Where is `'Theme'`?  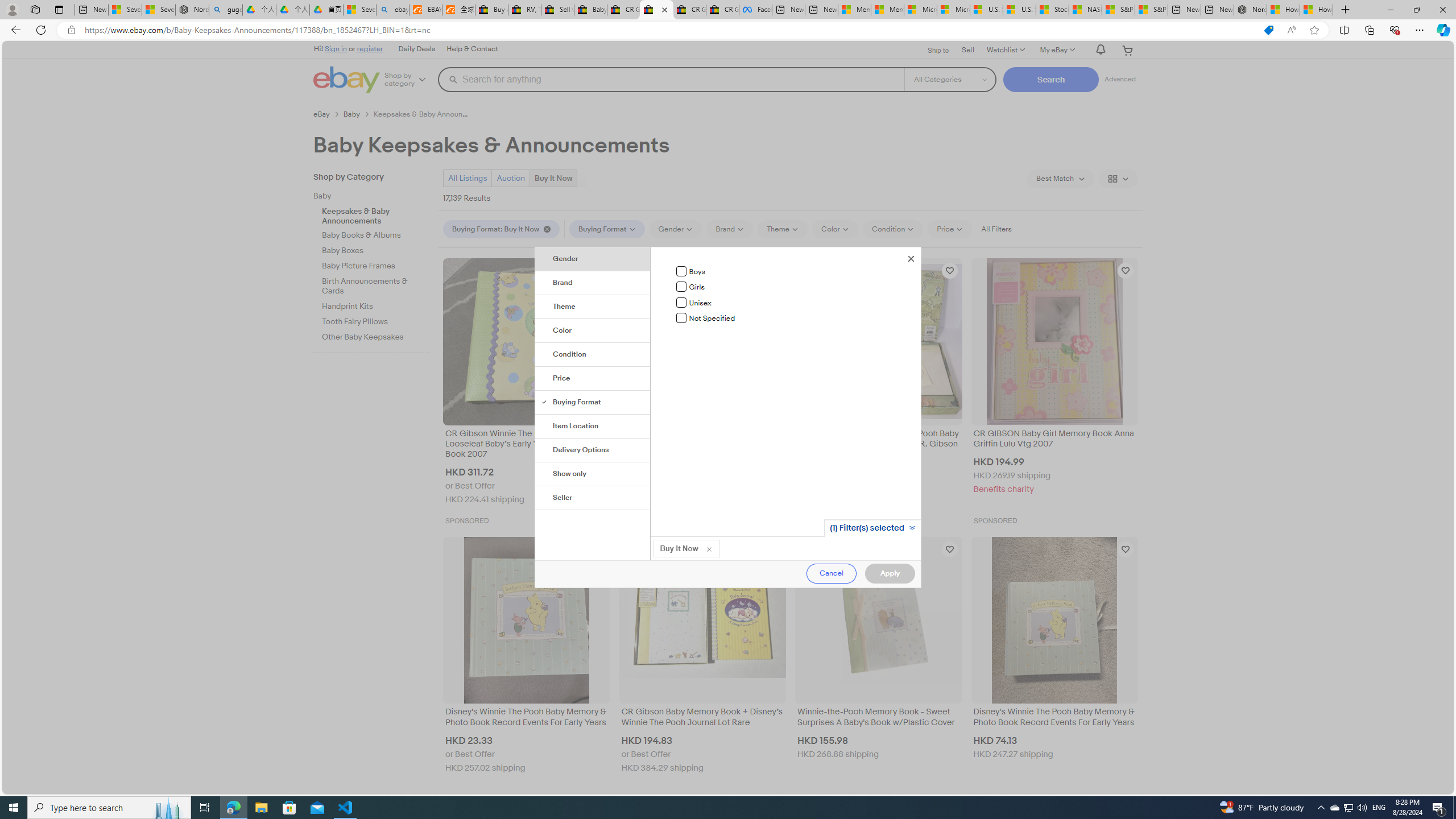 'Theme' is located at coordinates (593, 307).